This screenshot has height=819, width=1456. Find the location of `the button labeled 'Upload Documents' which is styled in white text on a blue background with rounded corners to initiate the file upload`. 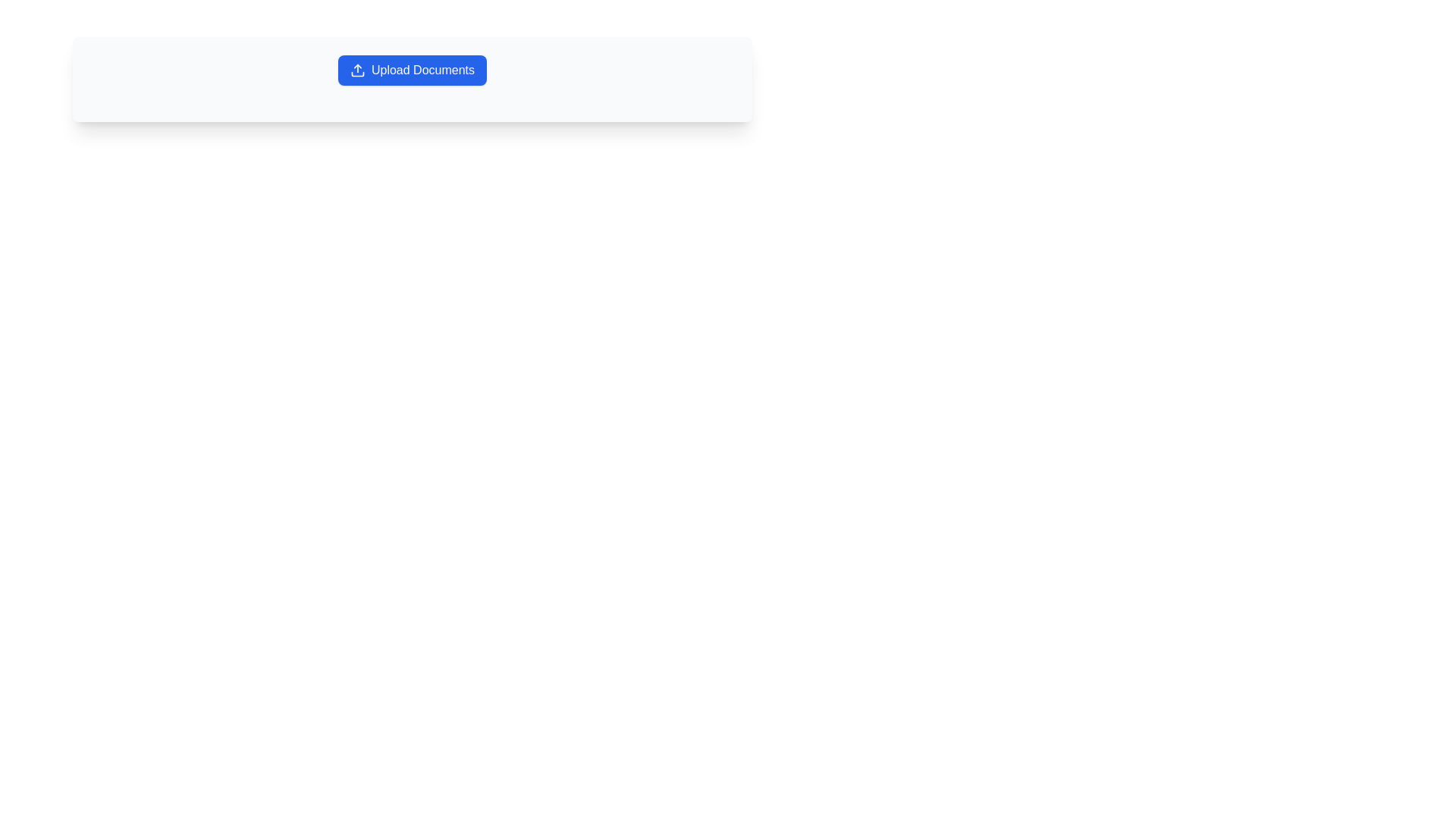

the button labeled 'Upload Documents' which is styled in white text on a blue background with rounded corners to initiate the file upload is located at coordinates (422, 70).